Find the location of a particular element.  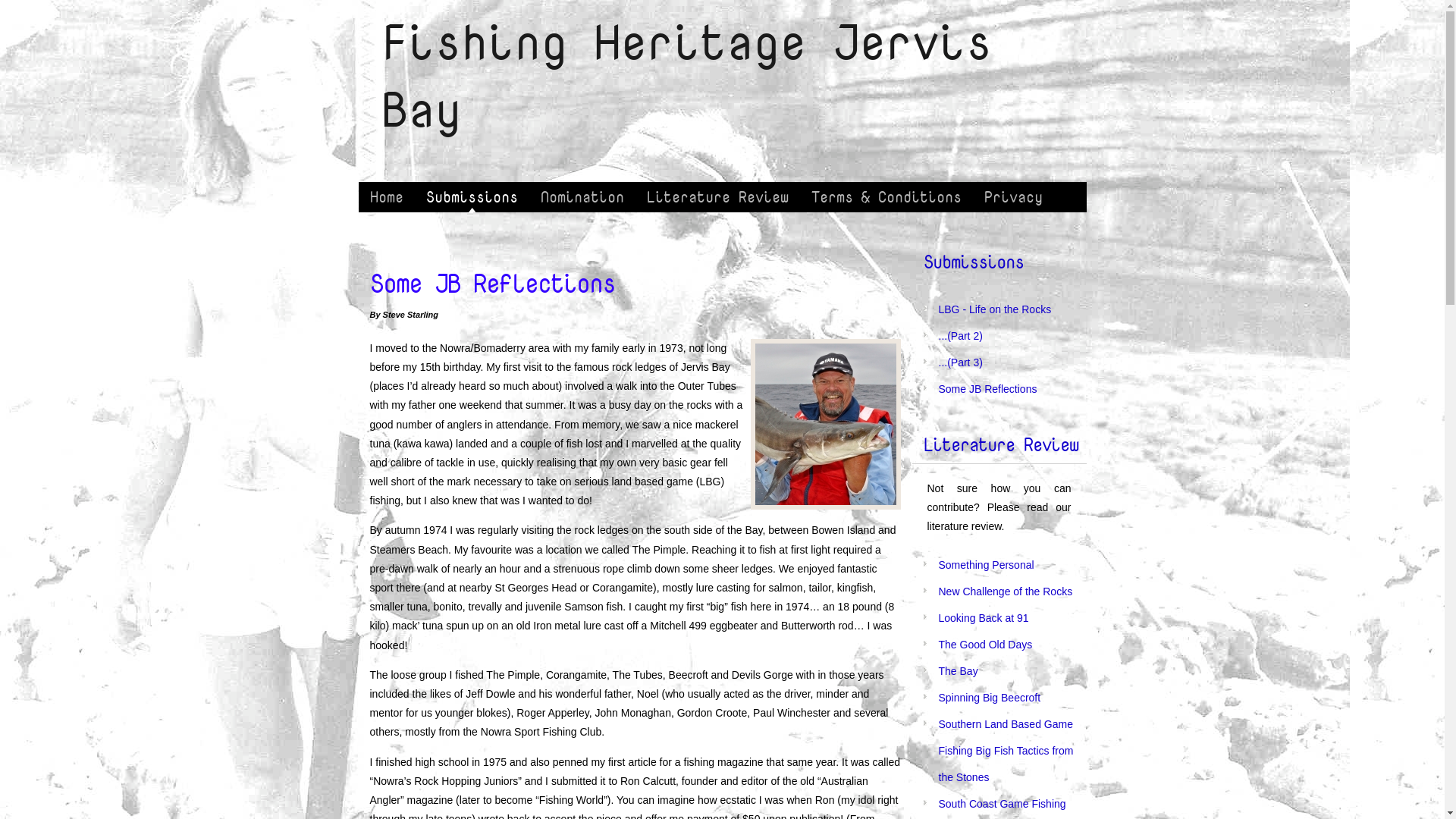

'The Bay' is located at coordinates (957, 670).